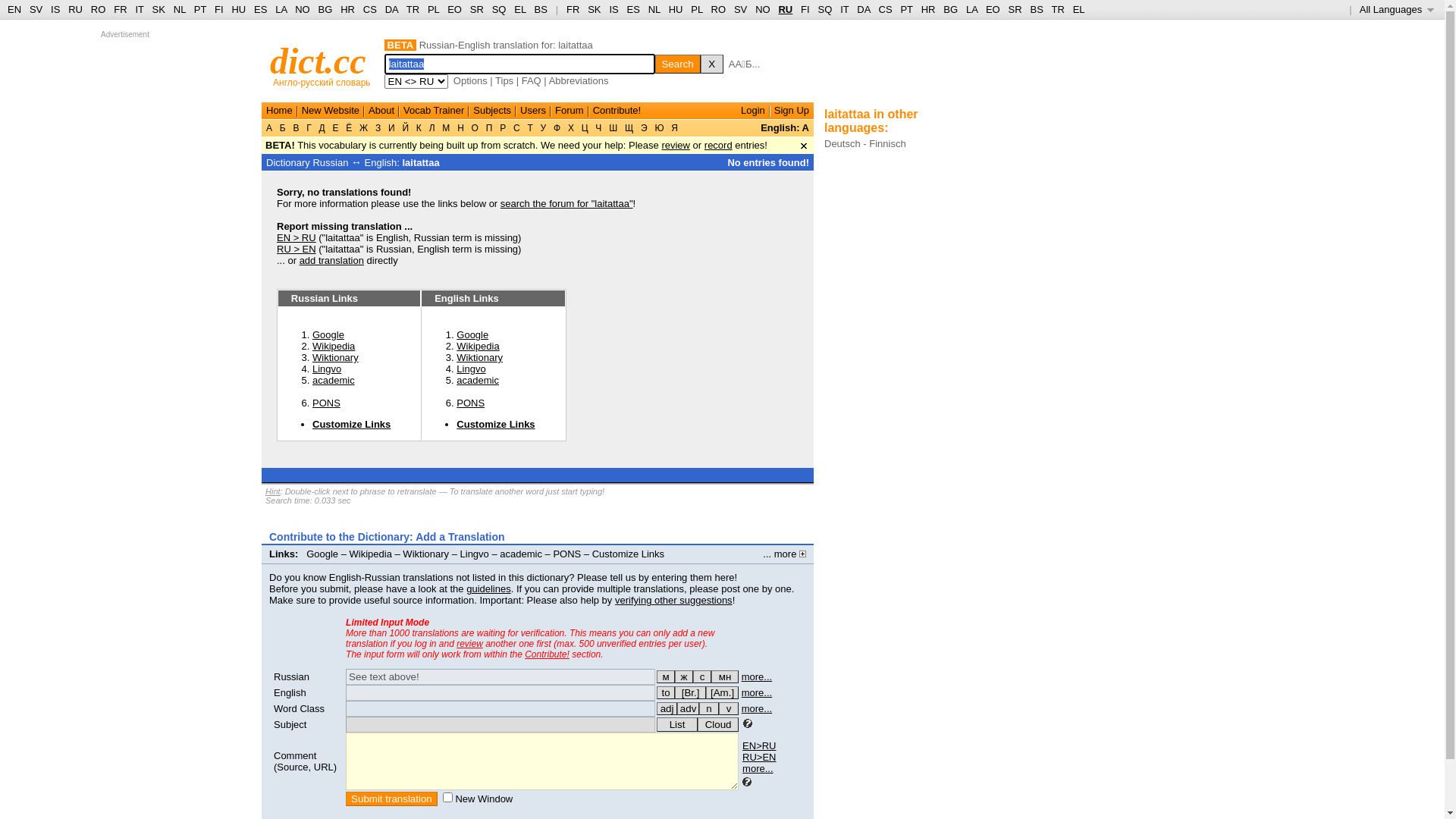  I want to click on 'PONS', so click(325, 402).